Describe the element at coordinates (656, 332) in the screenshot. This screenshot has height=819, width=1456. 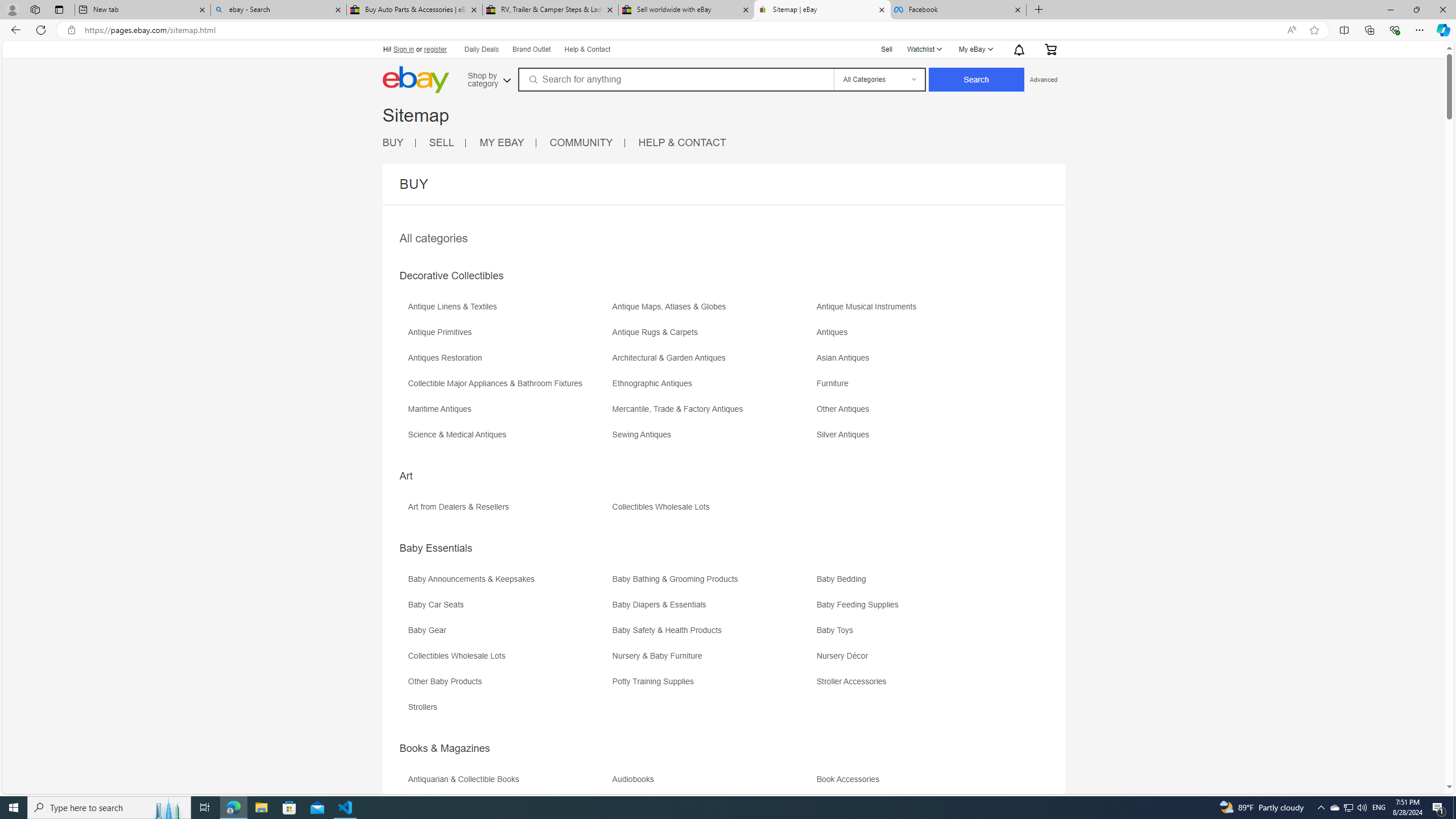
I see `'Antique Rugs & Carpets'` at that location.